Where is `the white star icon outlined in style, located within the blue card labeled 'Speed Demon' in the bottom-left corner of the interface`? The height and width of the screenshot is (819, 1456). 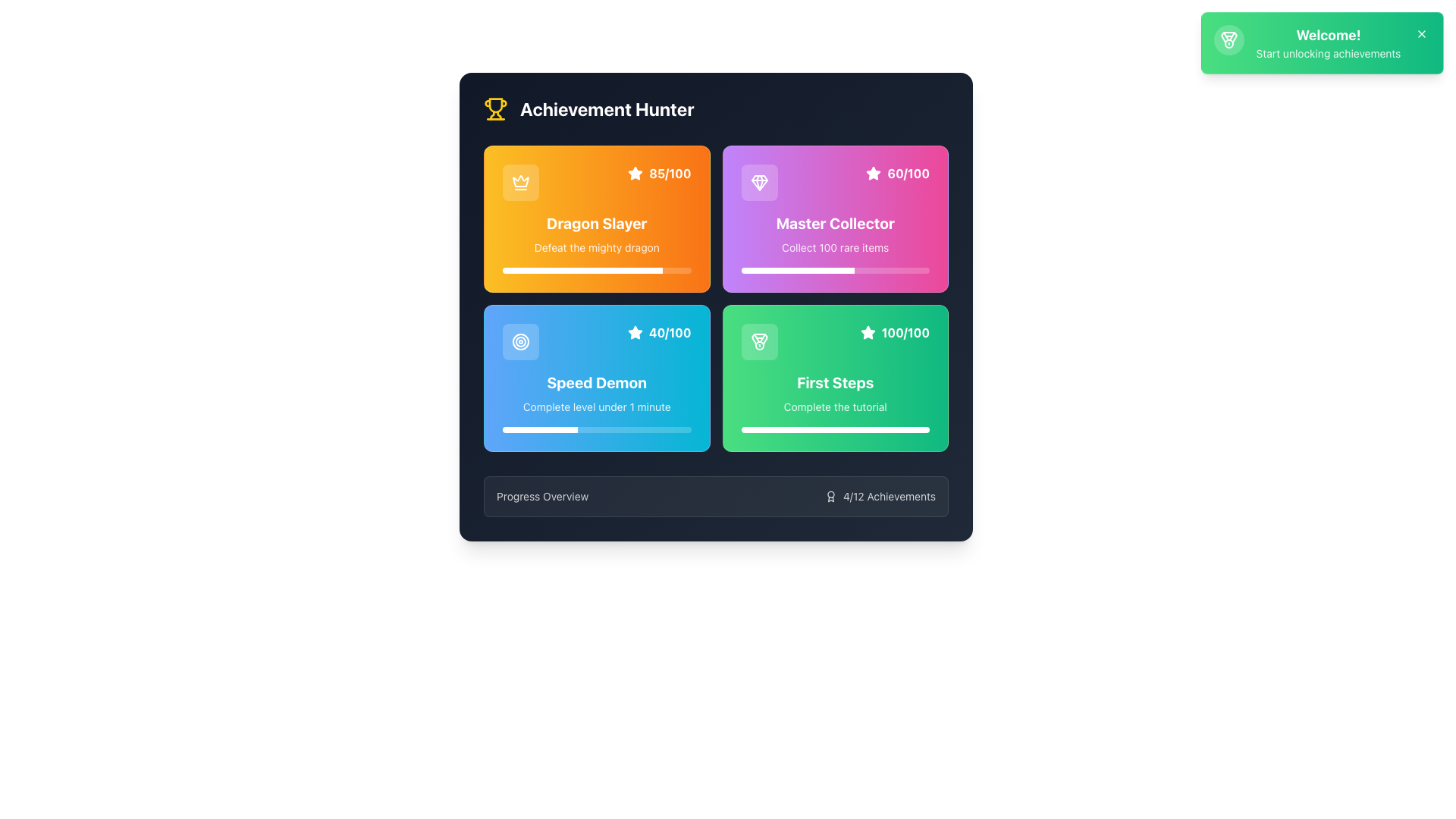 the white star icon outlined in style, located within the blue card labeled 'Speed Demon' in the bottom-left corner of the interface is located at coordinates (635, 332).